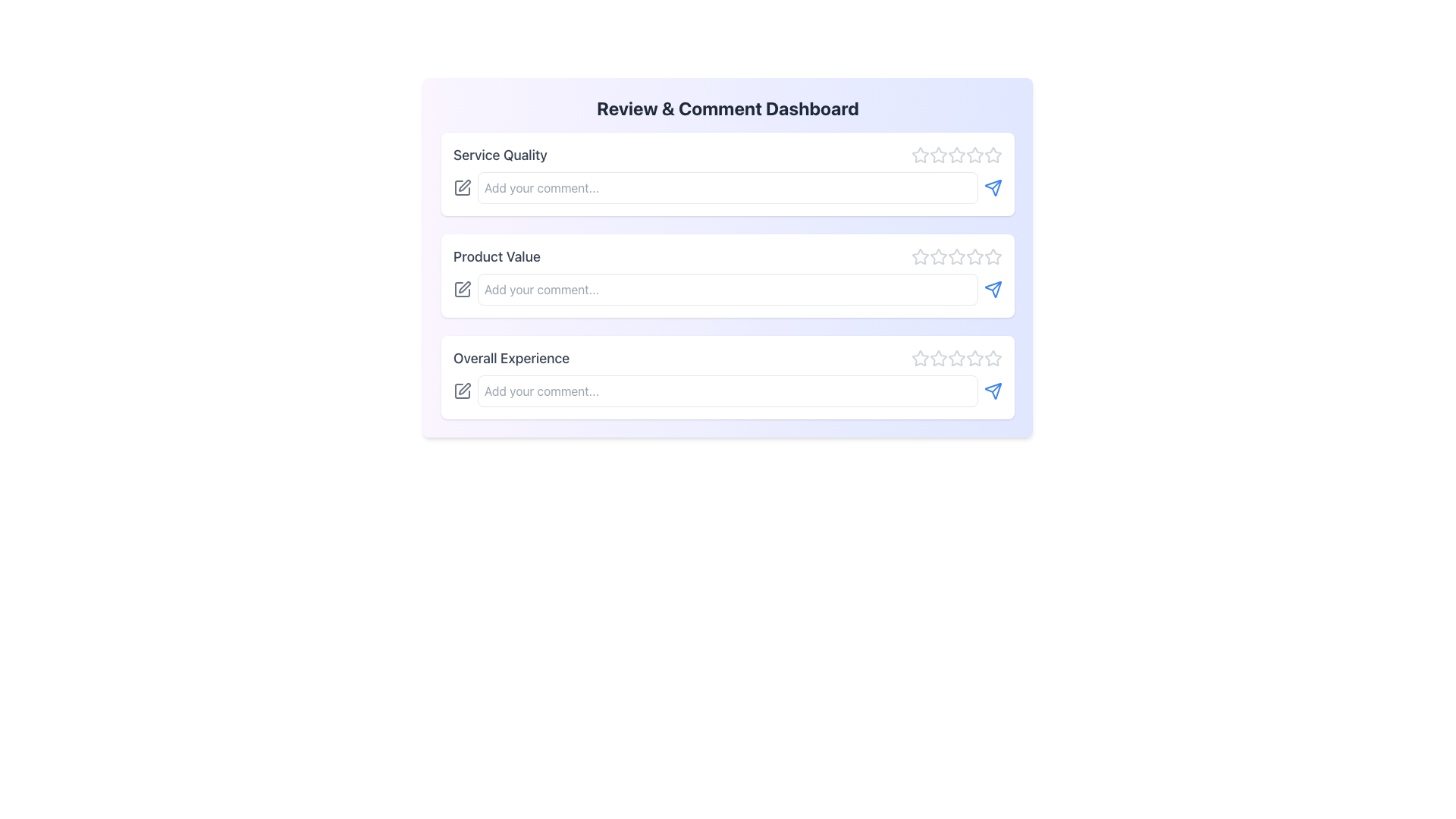  Describe the element at coordinates (938, 256) in the screenshot. I see `the second star in the ratings section, which is outlined in light gray` at that location.